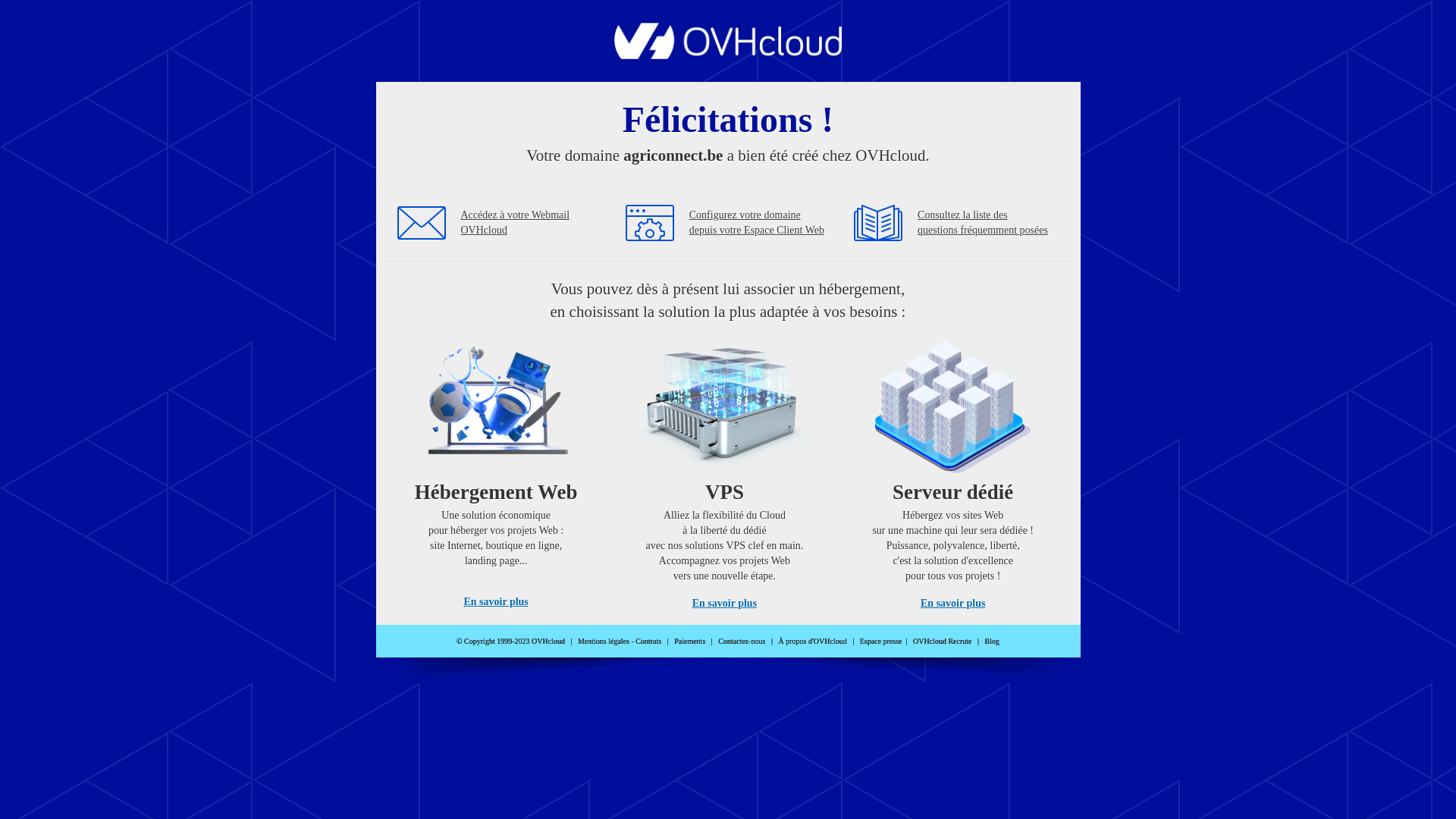  Describe the element at coordinates (717, 641) in the screenshot. I see `'Contactez-nous'` at that location.